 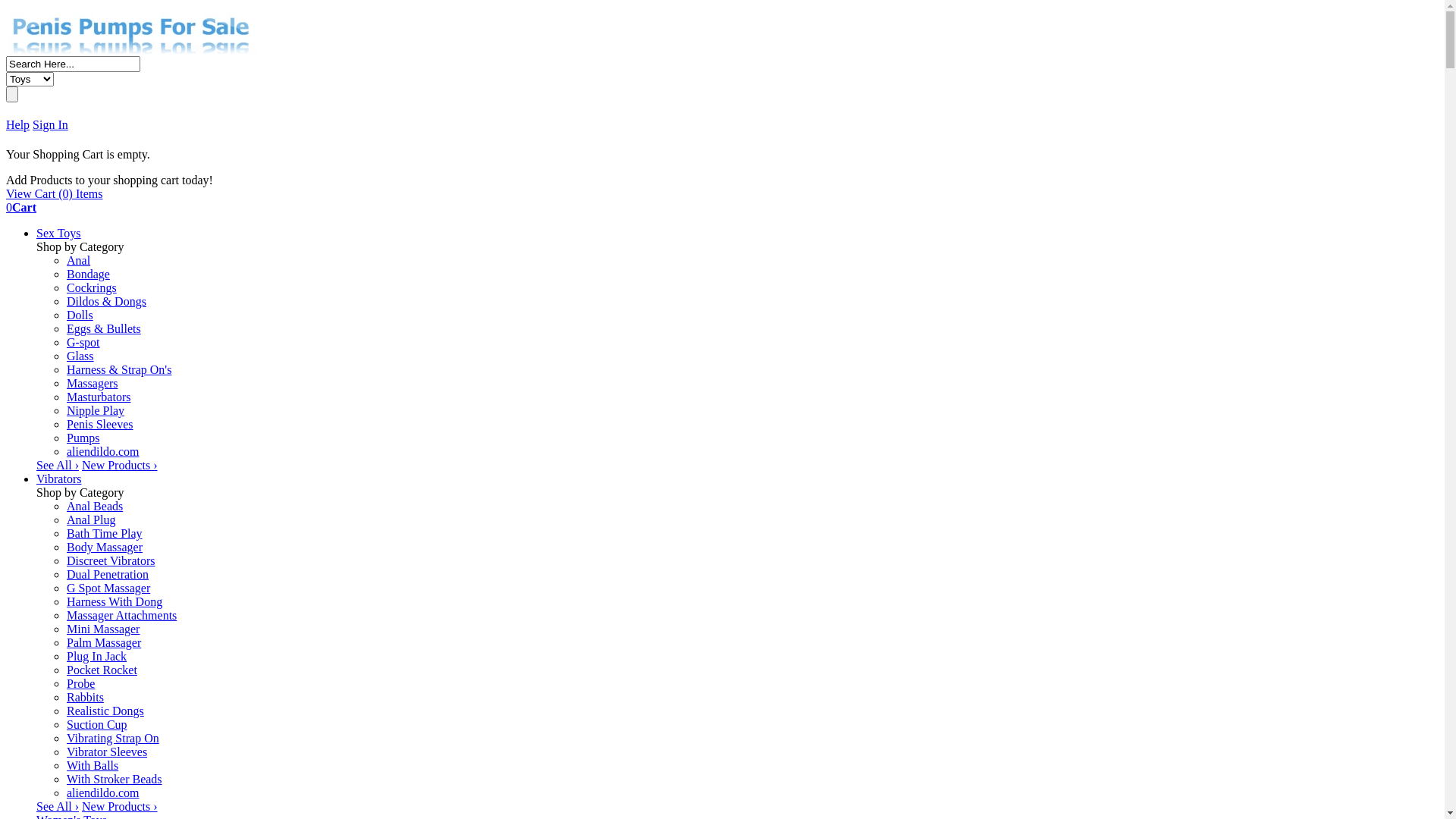 I want to click on 'Vibrators', so click(x=58, y=479).